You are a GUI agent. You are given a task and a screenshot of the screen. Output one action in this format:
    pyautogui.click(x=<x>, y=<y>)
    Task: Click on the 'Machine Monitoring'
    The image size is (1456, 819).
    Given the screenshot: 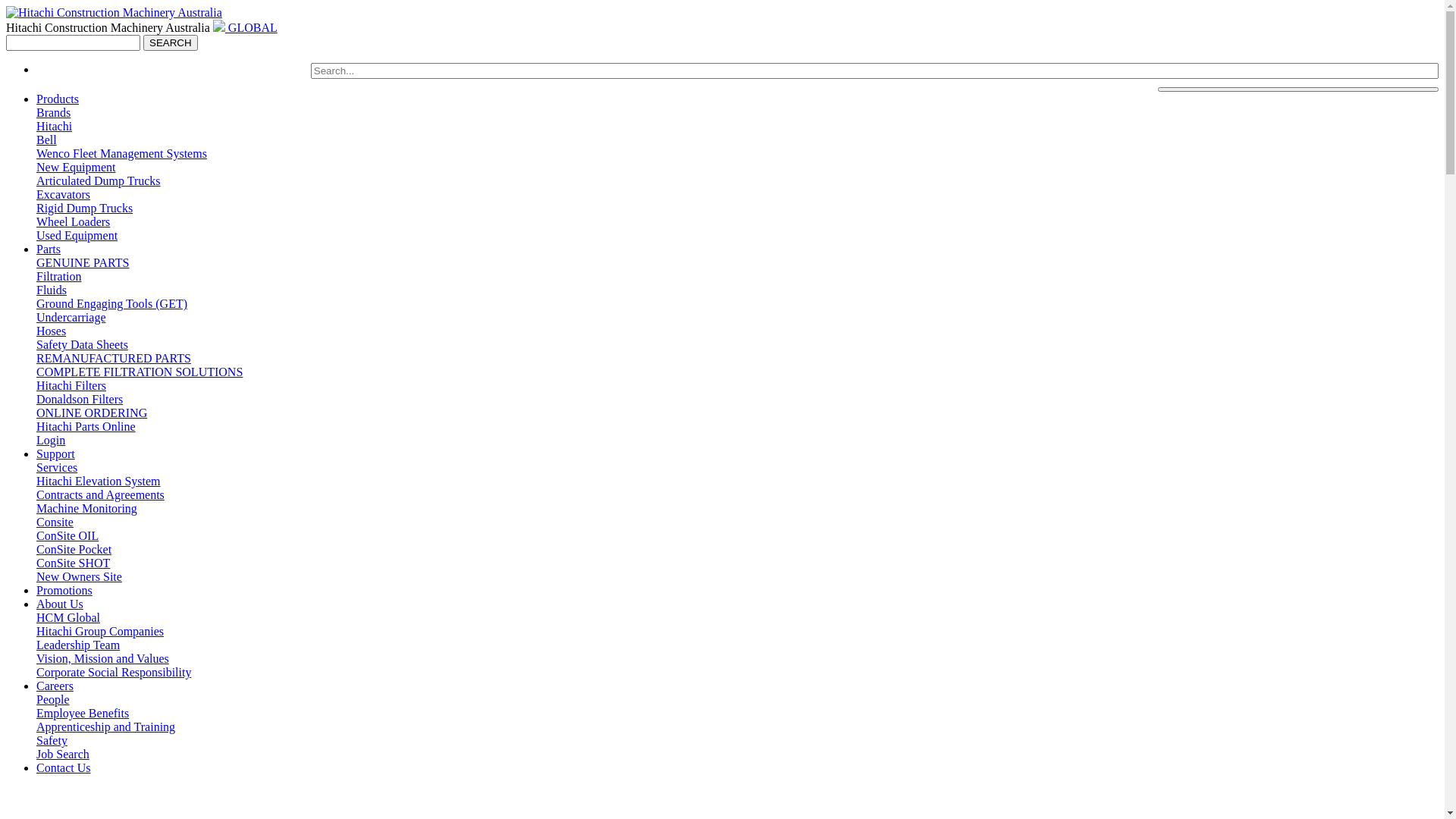 What is the action you would take?
    pyautogui.click(x=86, y=508)
    